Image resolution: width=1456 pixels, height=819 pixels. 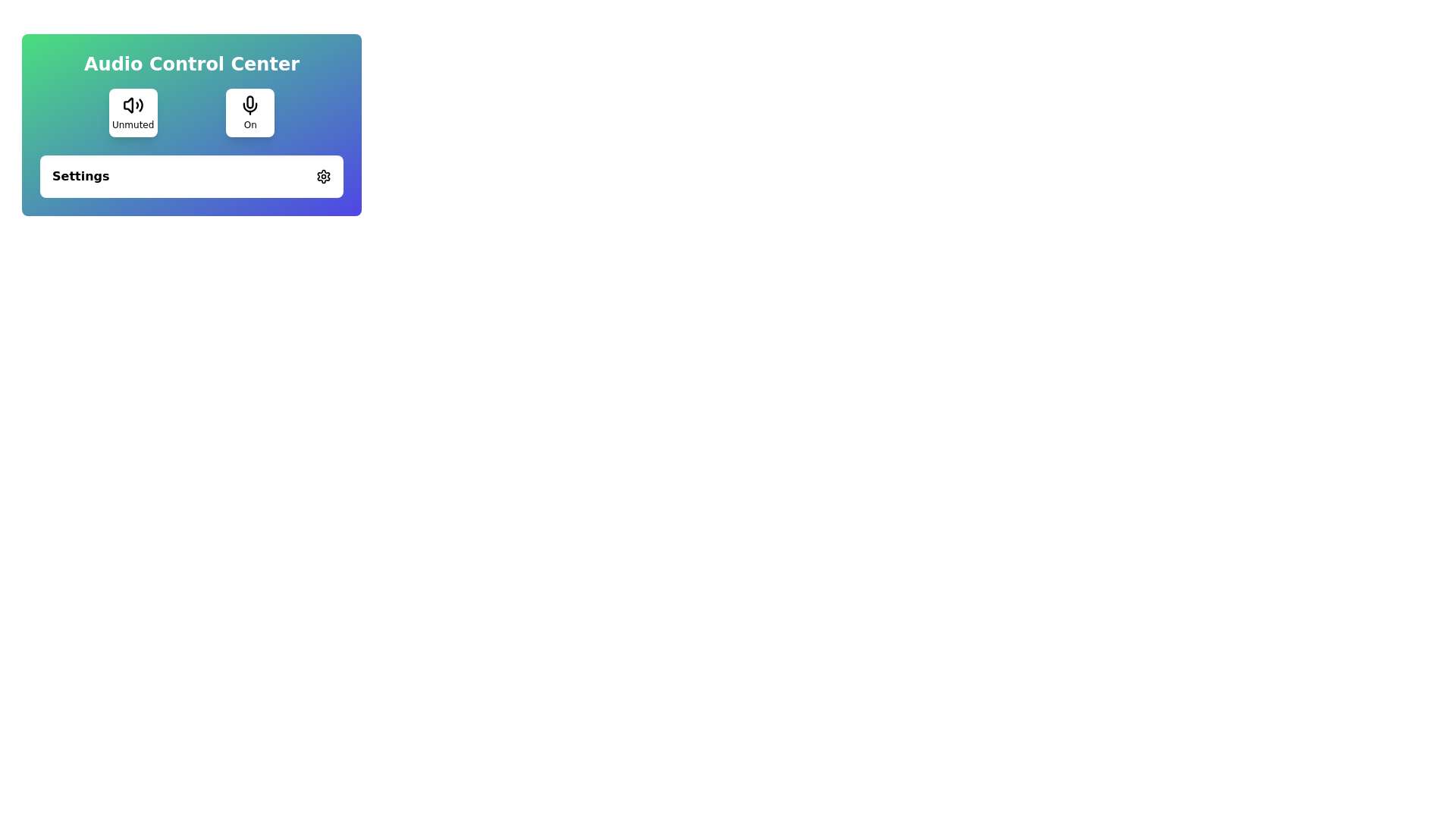 I want to click on the speaker icon within the 'Unmuted' button, which is styled in a minimalistic outline and located under the 'Audio Control Center' title, so click(x=133, y=104).